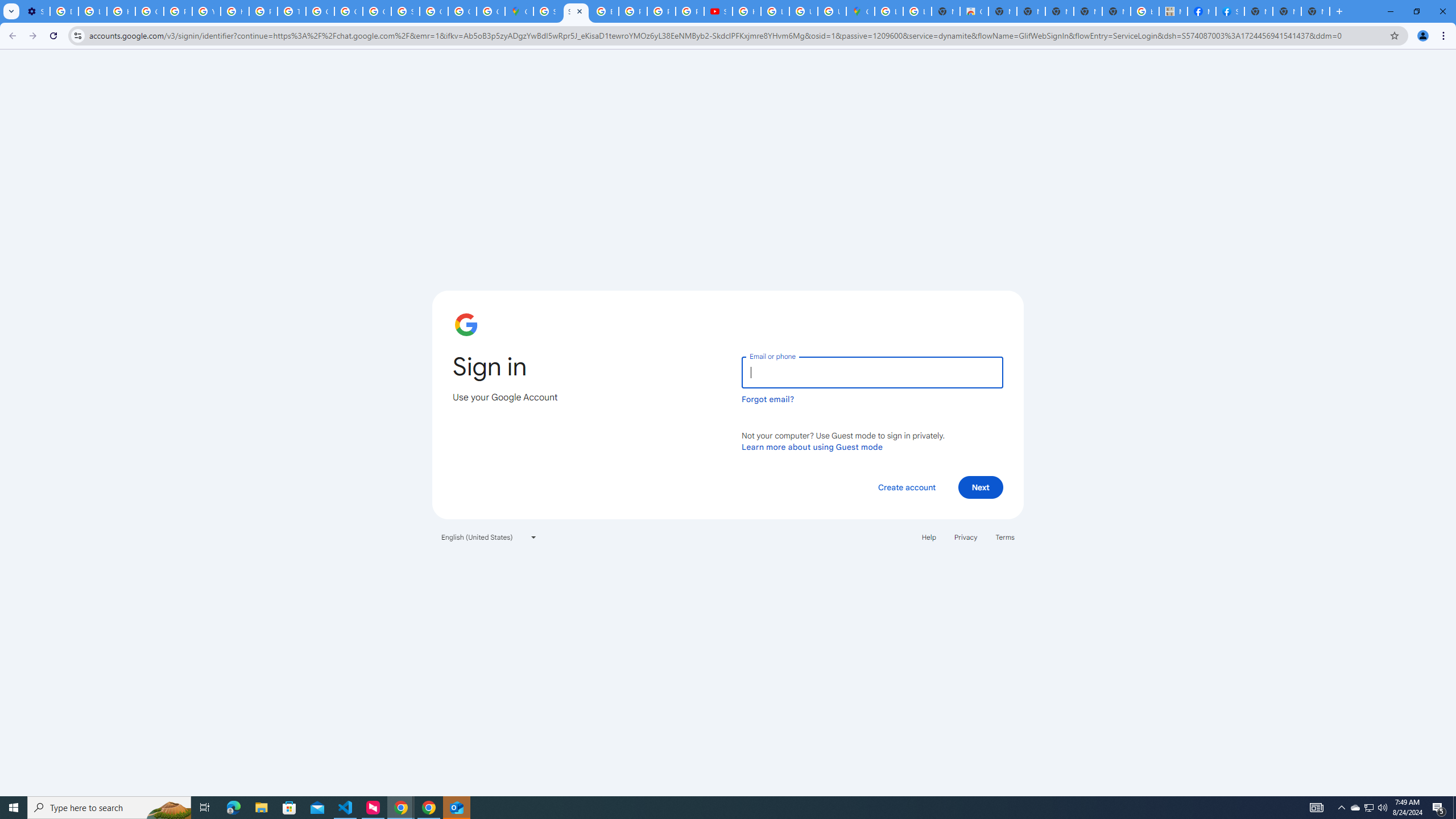 The image size is (1456, 819). What do you see at coordinates (1314, 11) in the screenshot?
I see `'New Tab'` at bounding box center [1314, 11].